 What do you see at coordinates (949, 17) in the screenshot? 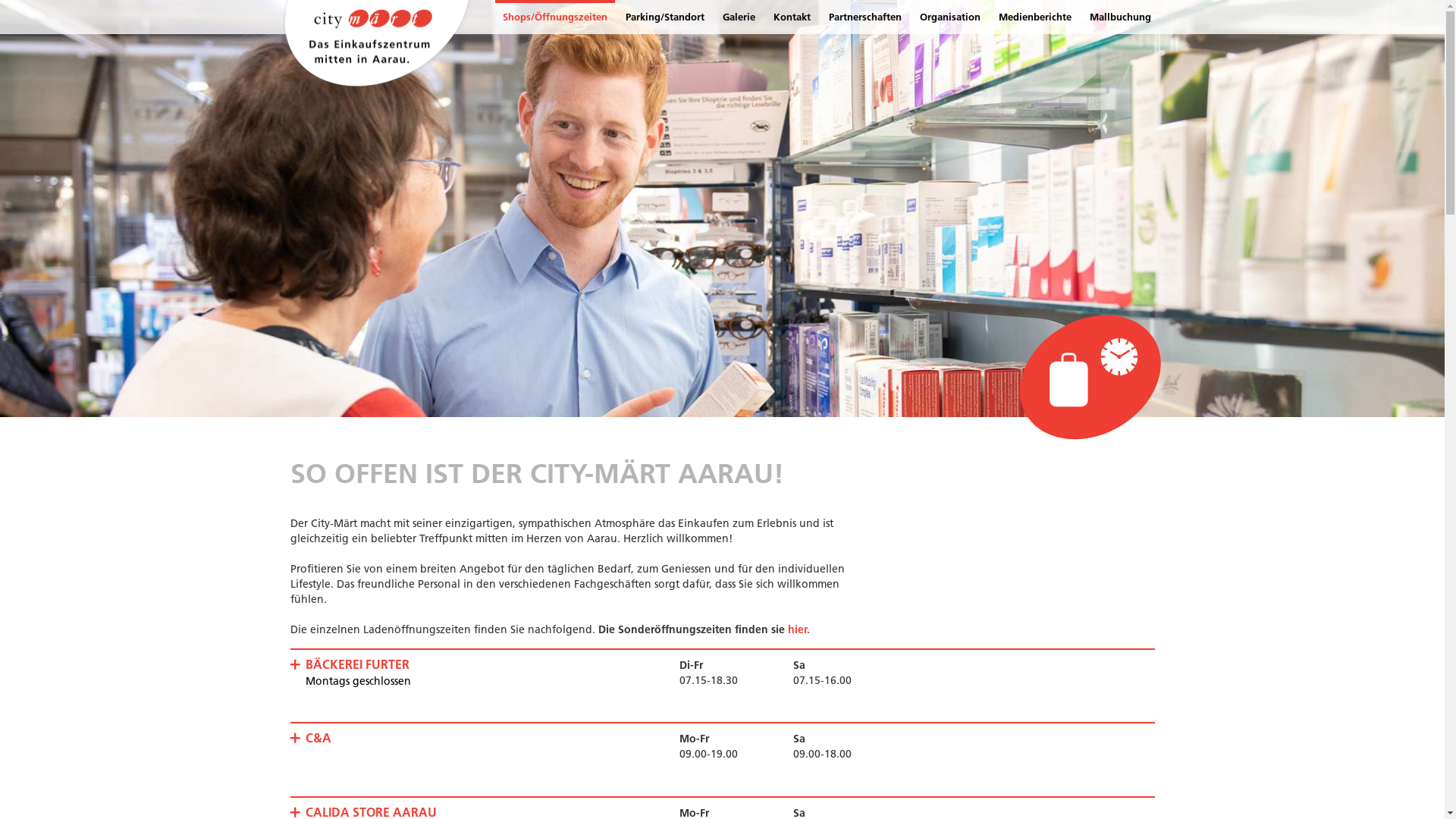
I see `'Organisation'` at bounding box center [949, 17].